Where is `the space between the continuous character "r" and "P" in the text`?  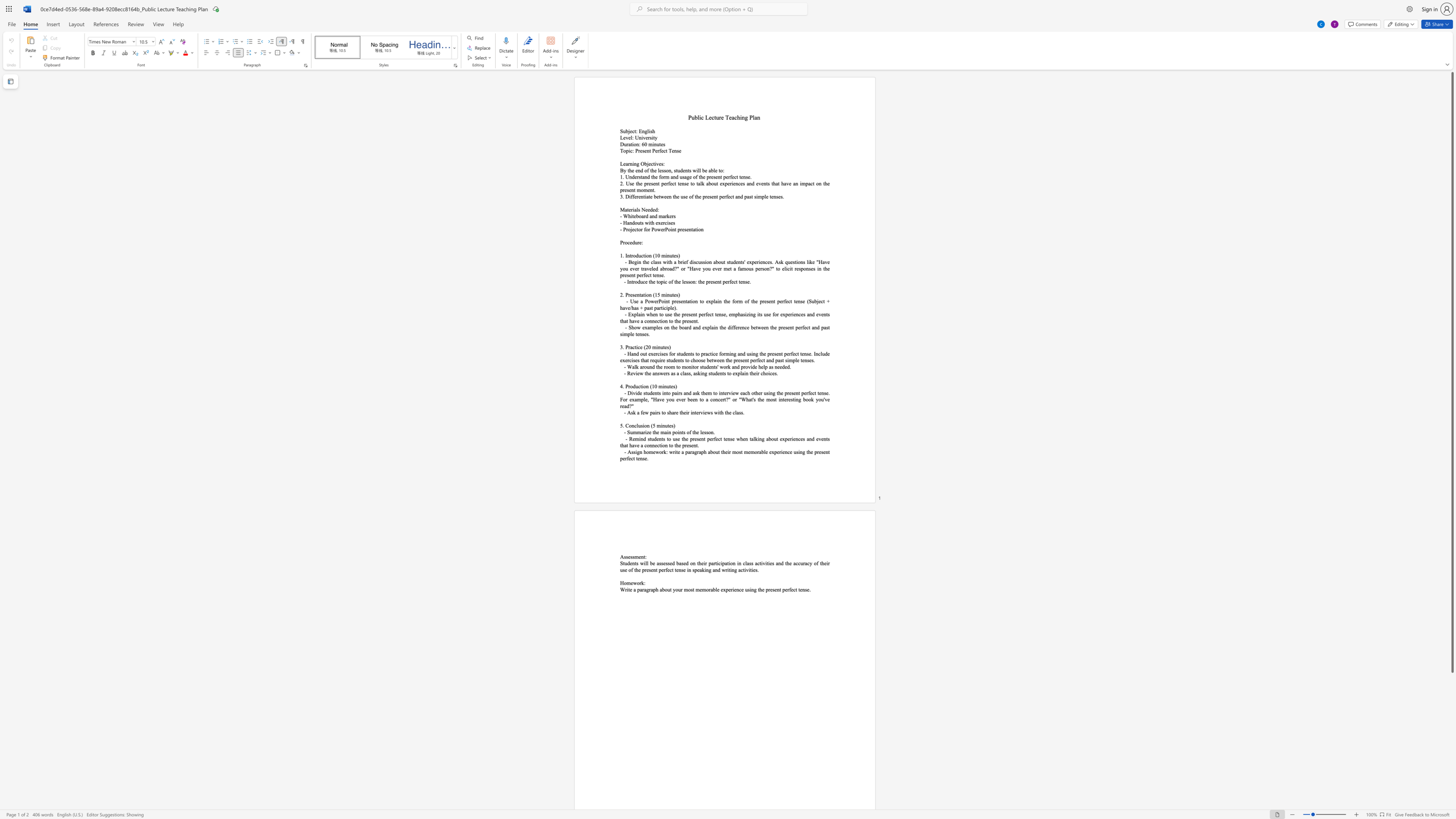 the space between the continuous character "r" and "P" in the text is located at coordinates (665, 229).